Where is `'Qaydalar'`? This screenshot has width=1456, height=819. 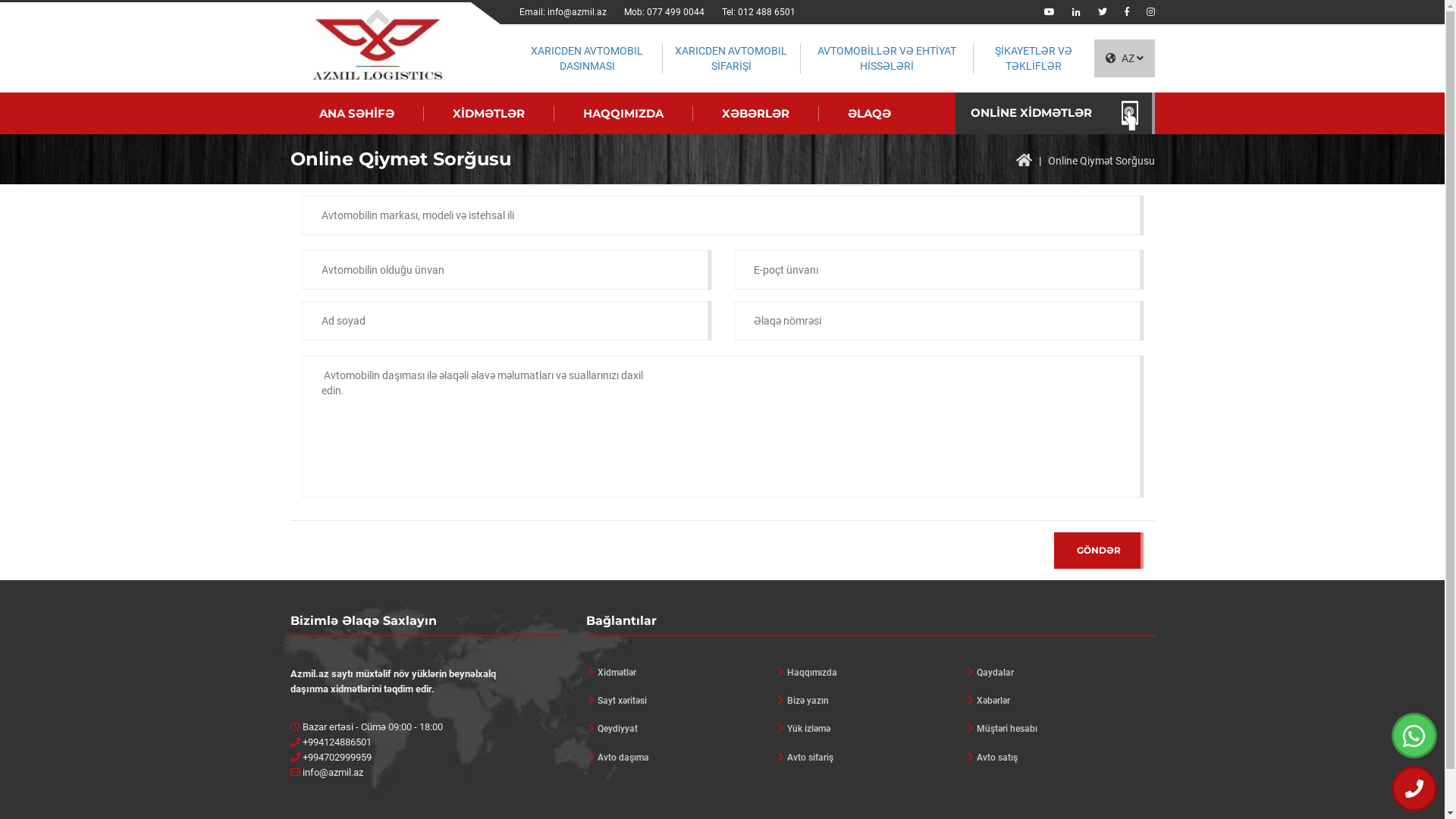
'Qaydalar' is located at coordinates (1058, 672).